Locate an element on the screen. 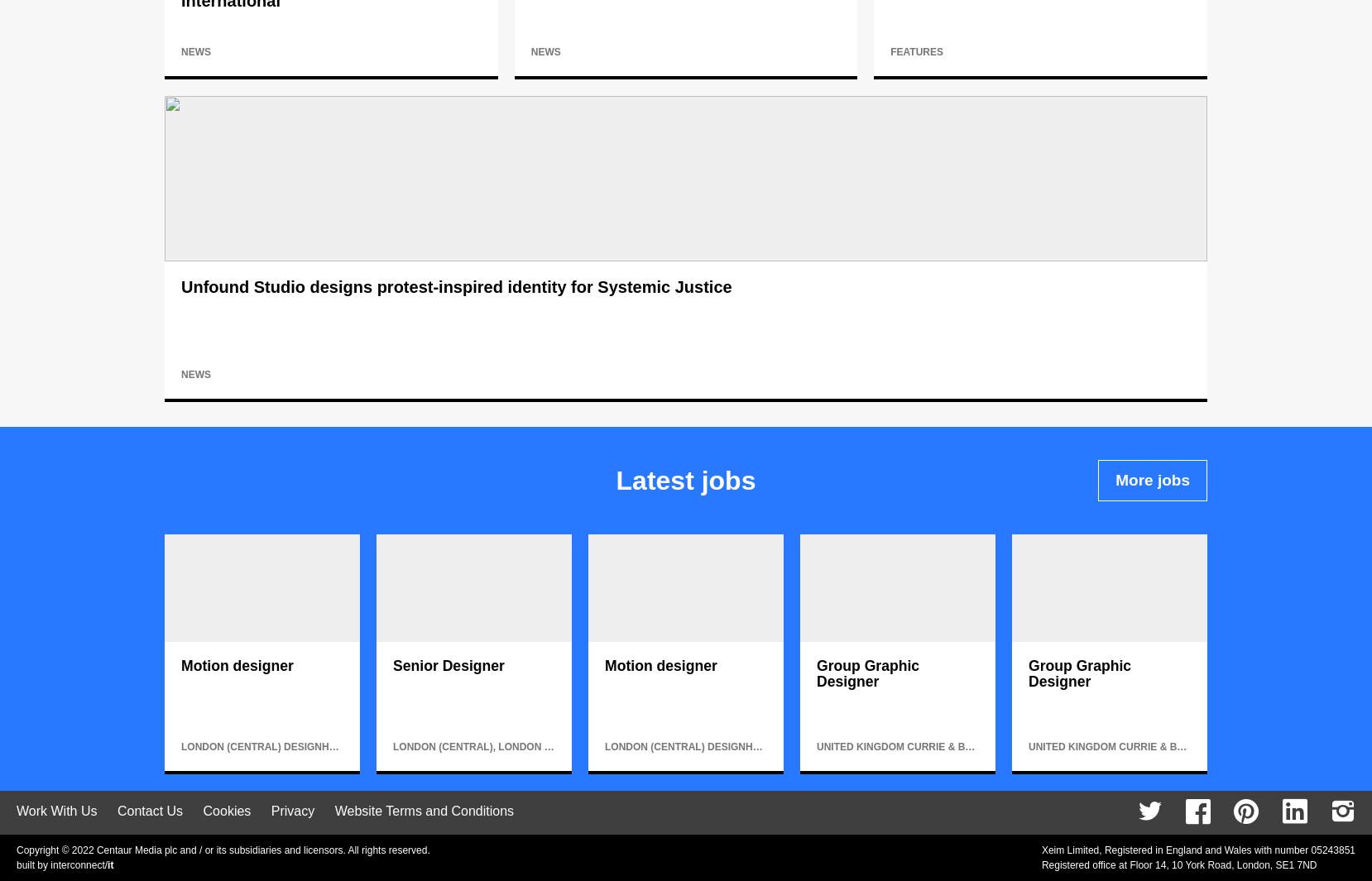  'Cookies' is located at coordinates (227, 811).